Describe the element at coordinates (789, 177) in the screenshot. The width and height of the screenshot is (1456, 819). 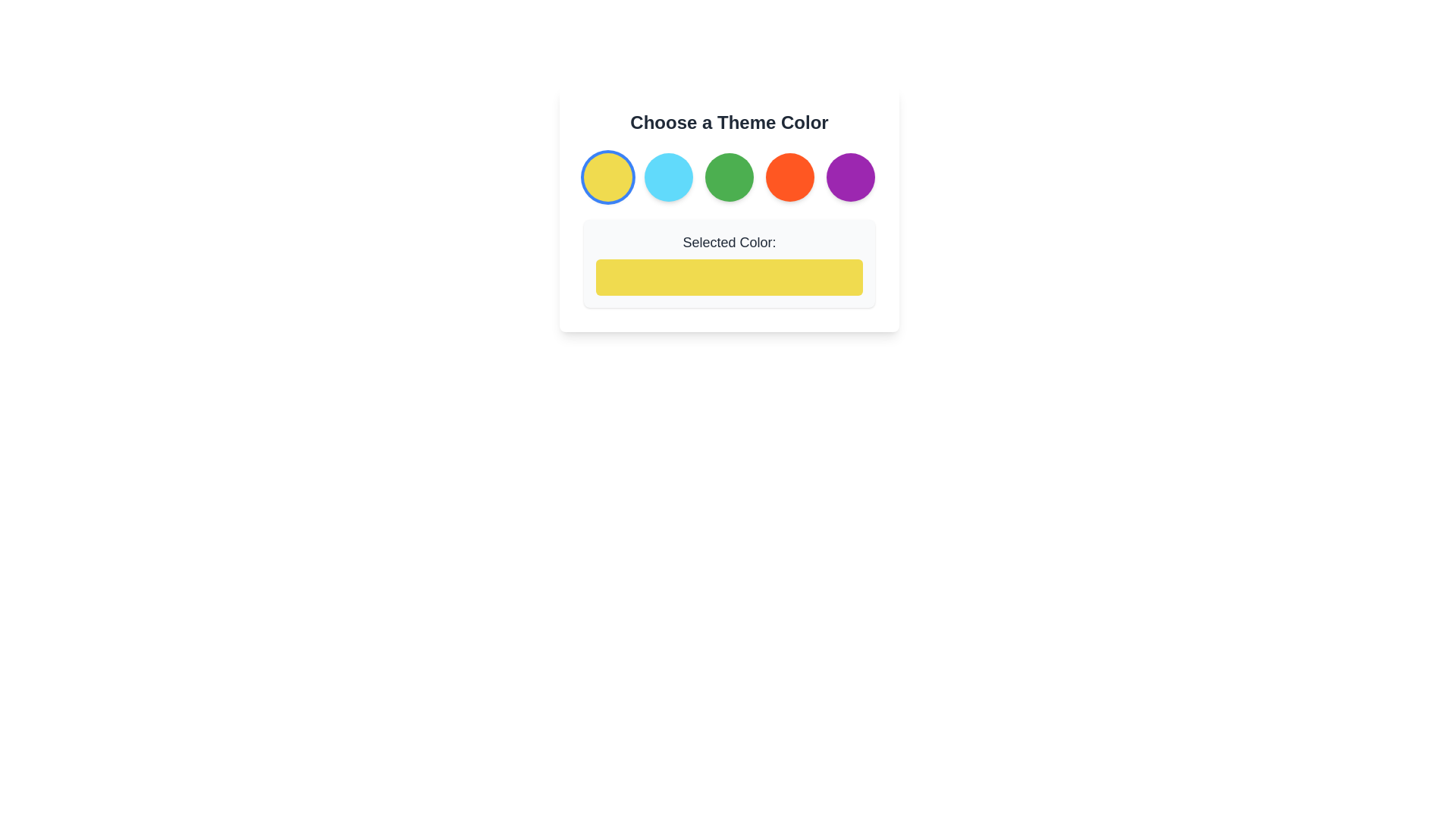
I see `the bright orange circular button` at that location.